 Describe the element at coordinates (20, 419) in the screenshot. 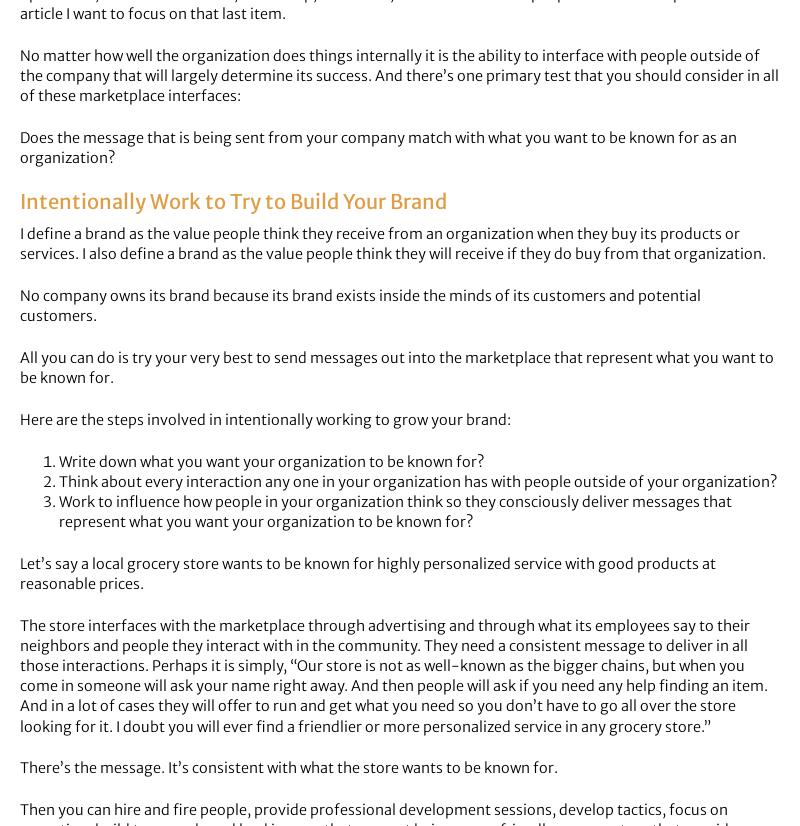

I see `'Here are the steps involved in intentionally working to grow your brand:'` at that location.